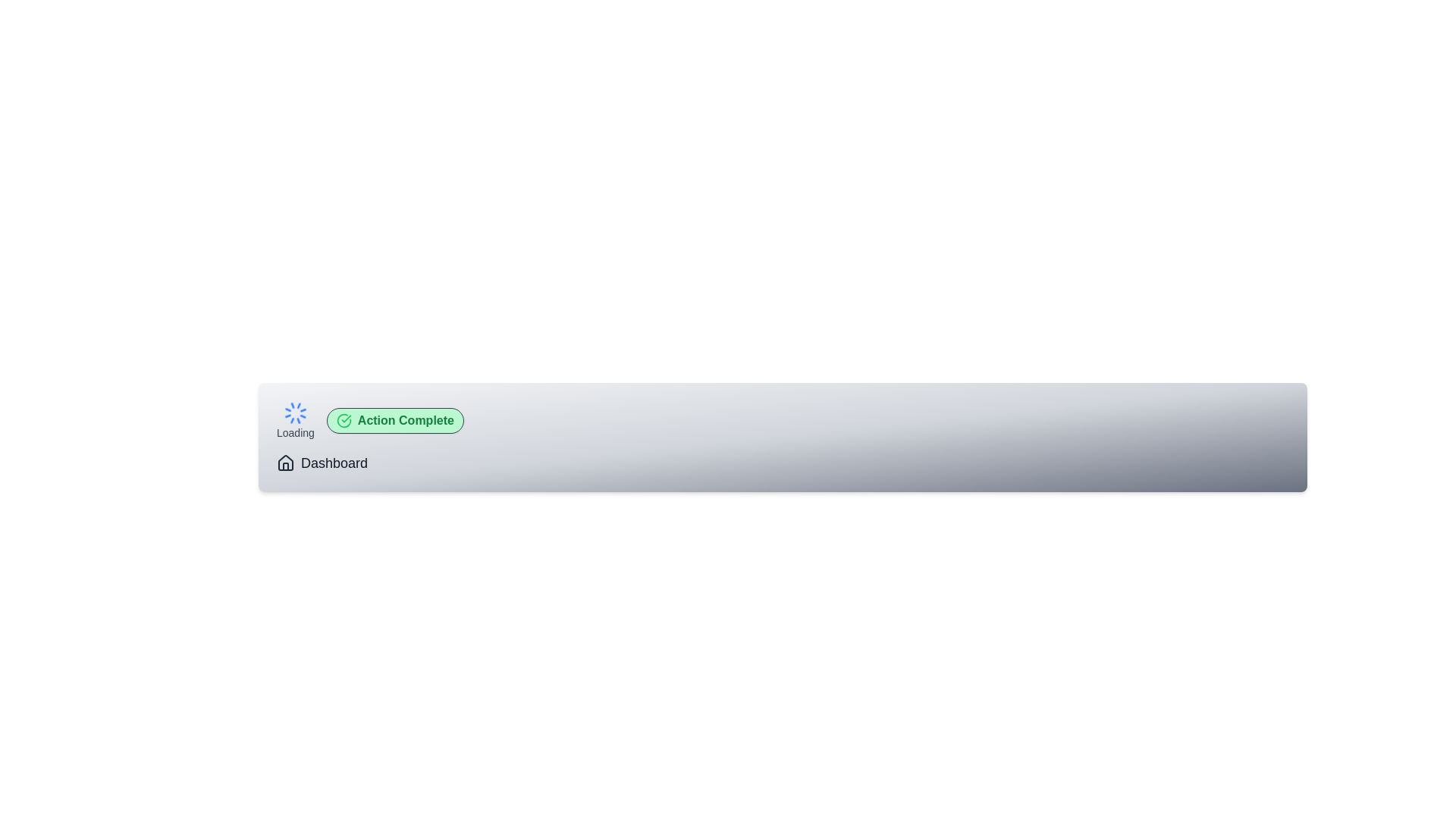 The image size is (1456, 819). Describe the element at coordinates (286, 461) in the screenshot. I see `the interactive graphic icon representing the home or dashboard, located at the lower-left corner of the interface next to the label 'Dashboard'` at that location.